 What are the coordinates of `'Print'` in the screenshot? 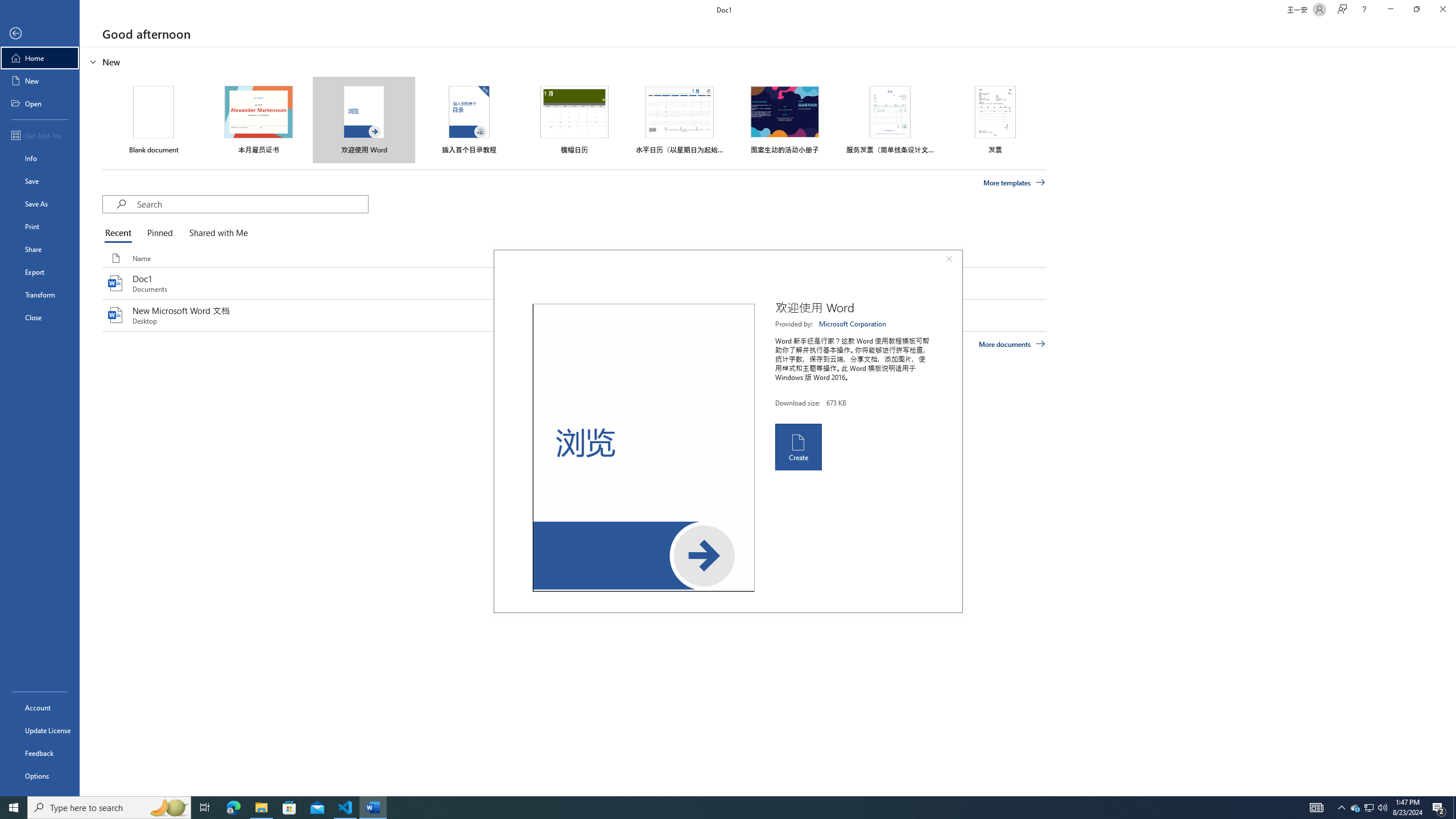 It's located at (39, 226).